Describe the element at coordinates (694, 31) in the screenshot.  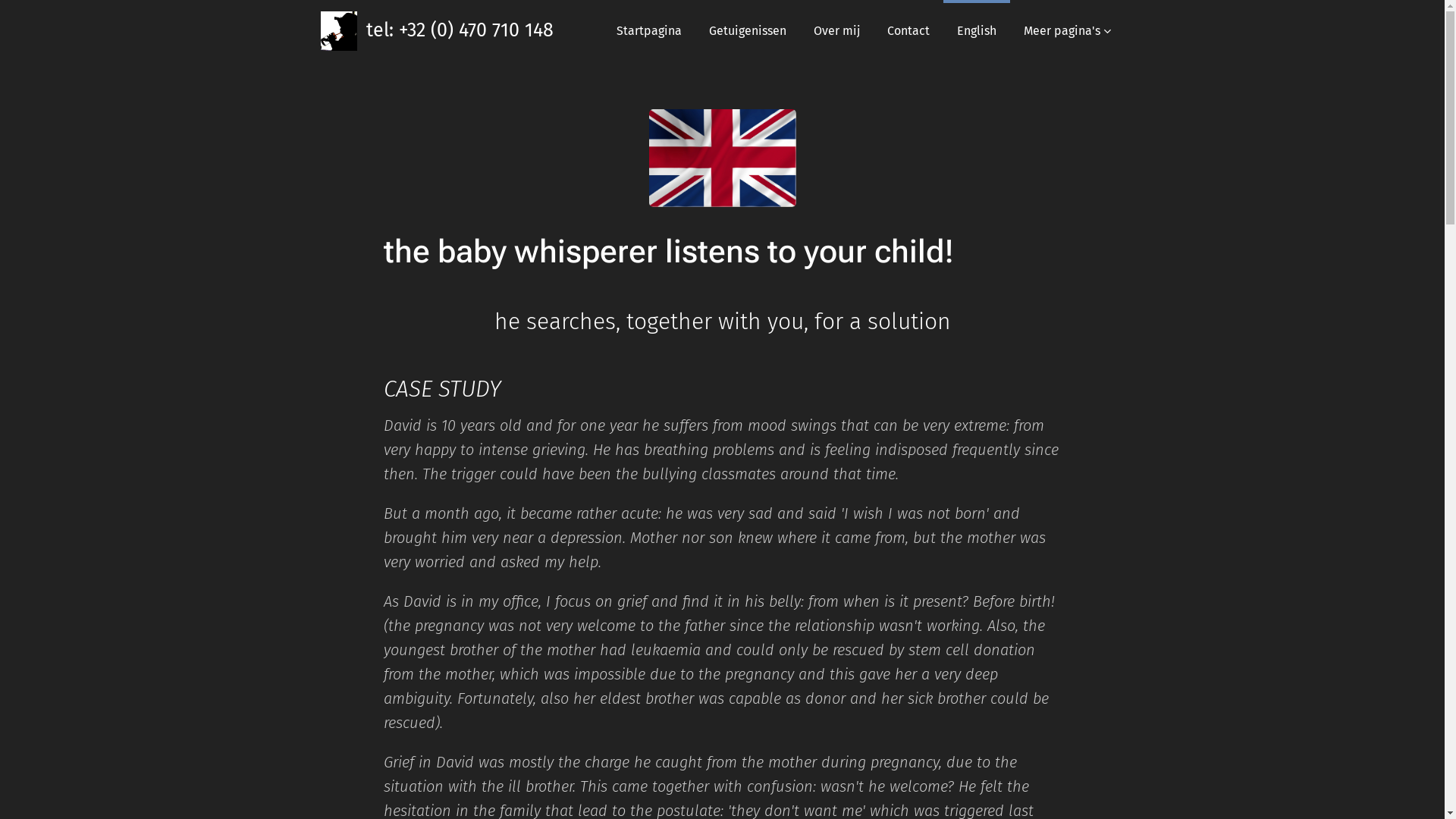
I see `'Getuigenissen'` at that location.